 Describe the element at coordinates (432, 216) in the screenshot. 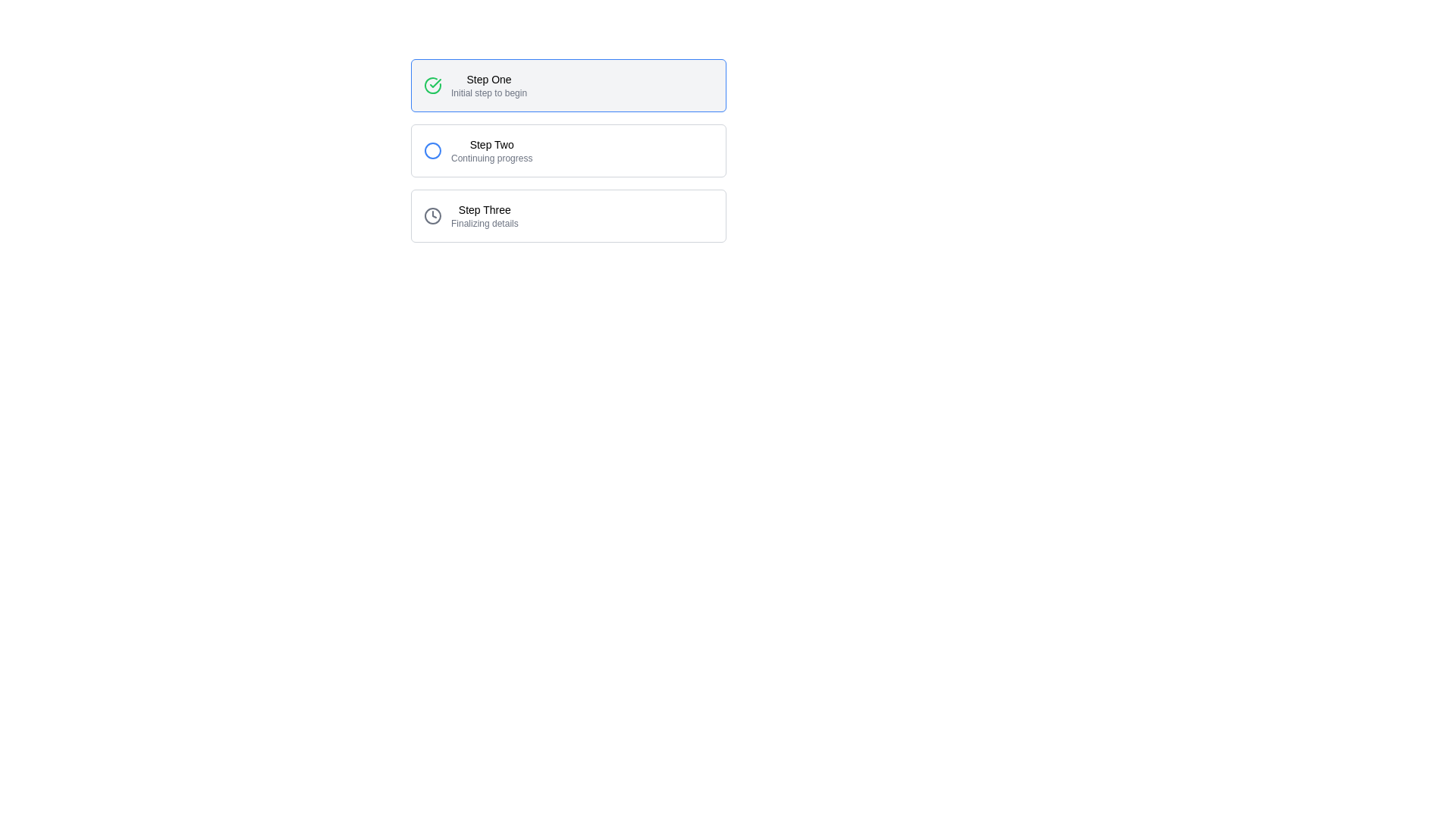

I see `the SVG Circle located in the center of the circular clock icon, which is positioned to the left of the text 'Step Three.'` at that location.